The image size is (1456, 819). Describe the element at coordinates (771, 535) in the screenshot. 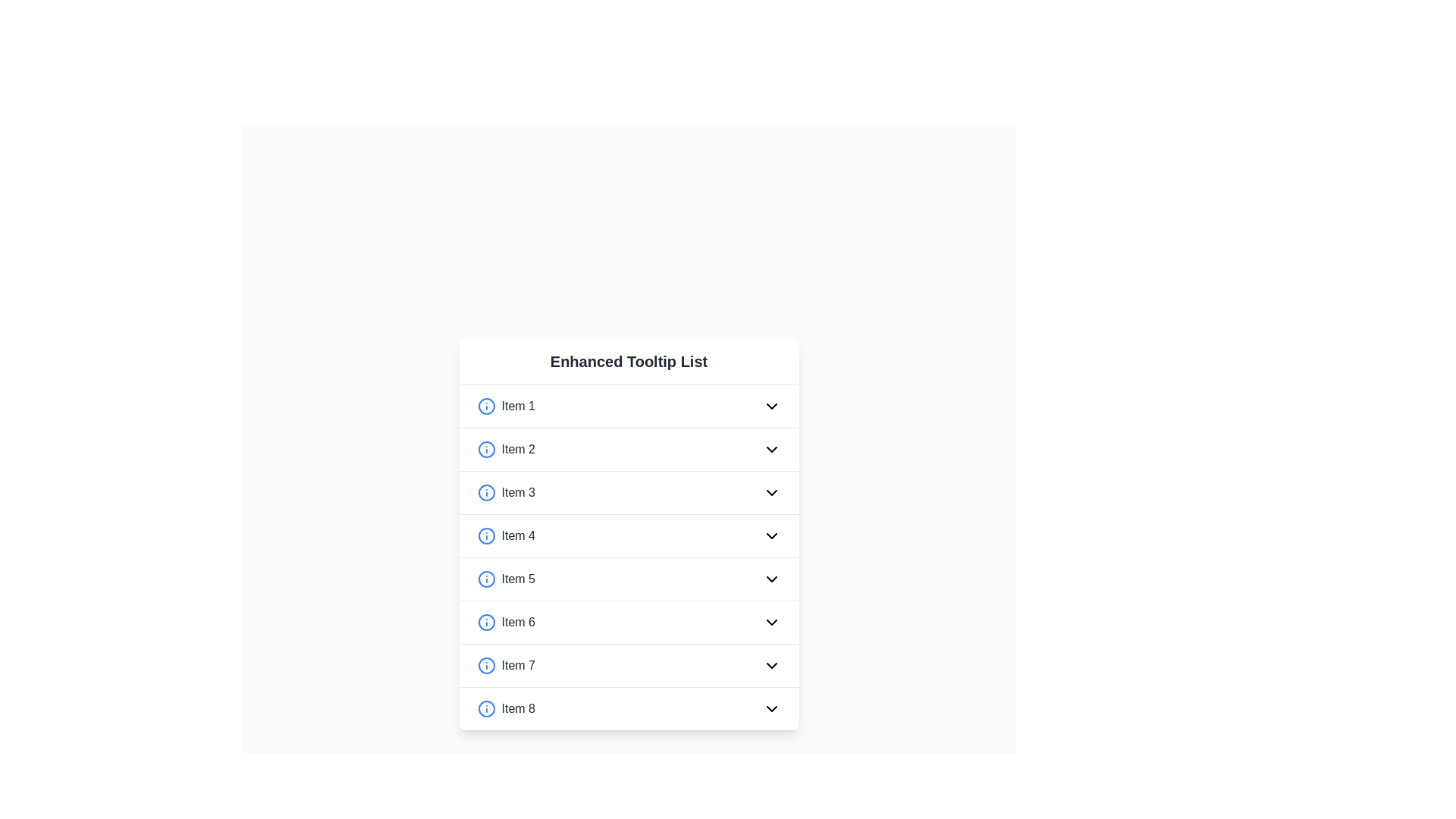

I see `the toggle icon located at the far-right end of 'Item 4'` at that location.